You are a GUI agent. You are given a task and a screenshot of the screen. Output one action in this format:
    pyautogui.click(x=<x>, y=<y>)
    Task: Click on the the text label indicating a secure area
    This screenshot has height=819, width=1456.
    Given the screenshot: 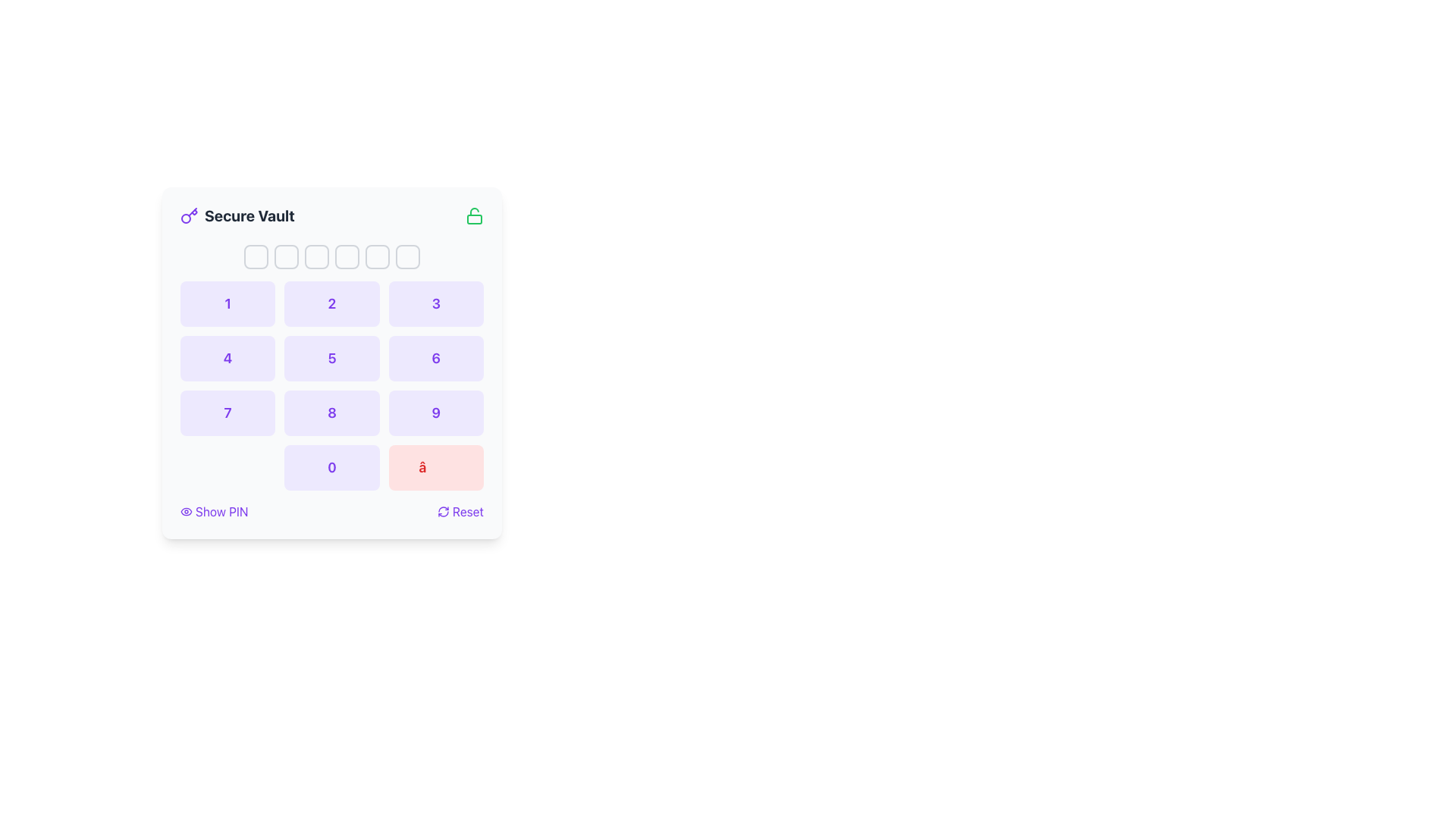 What is the action you would take?
    pyautogui.click(x=249, y=216)
    